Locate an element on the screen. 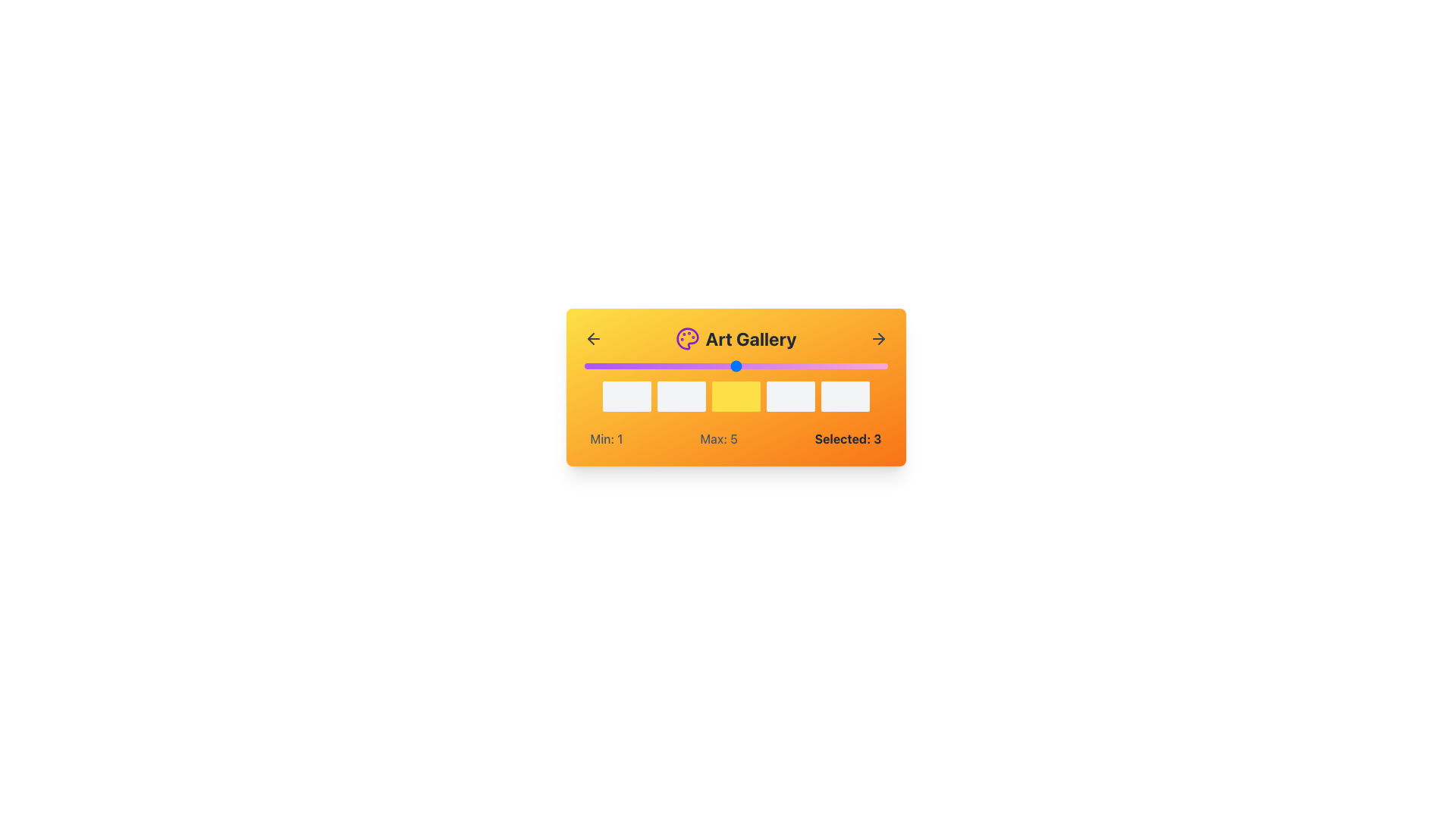 The width and height of the screenshot is (1456, 819). the yellow selectable option box is located at coordinates (736, 396).